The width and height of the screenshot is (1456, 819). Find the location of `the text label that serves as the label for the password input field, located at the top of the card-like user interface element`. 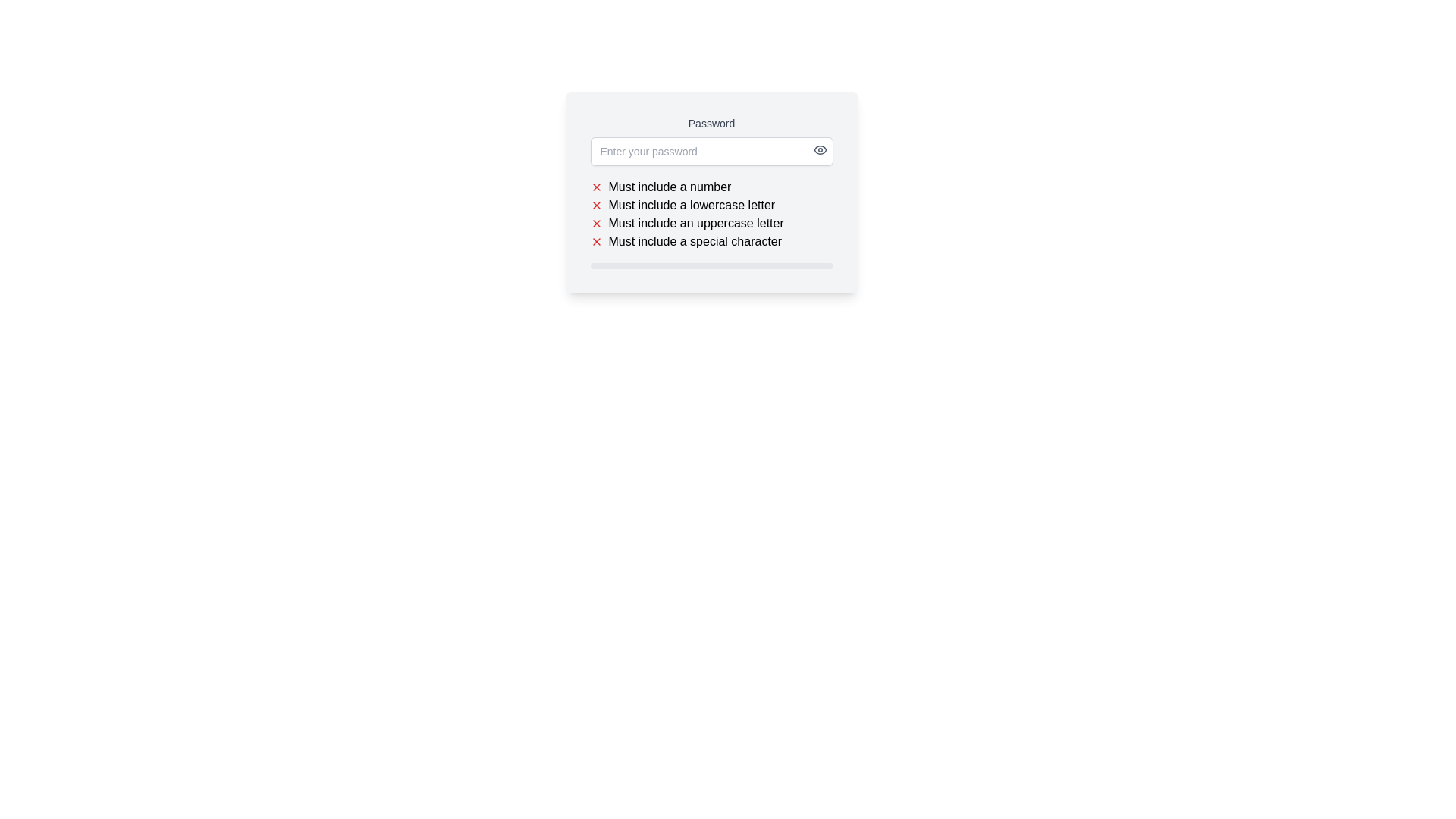

the text label that serves as the label for the password input field, located at the top of the card-like user interface element is located at coordinates (711, 122).